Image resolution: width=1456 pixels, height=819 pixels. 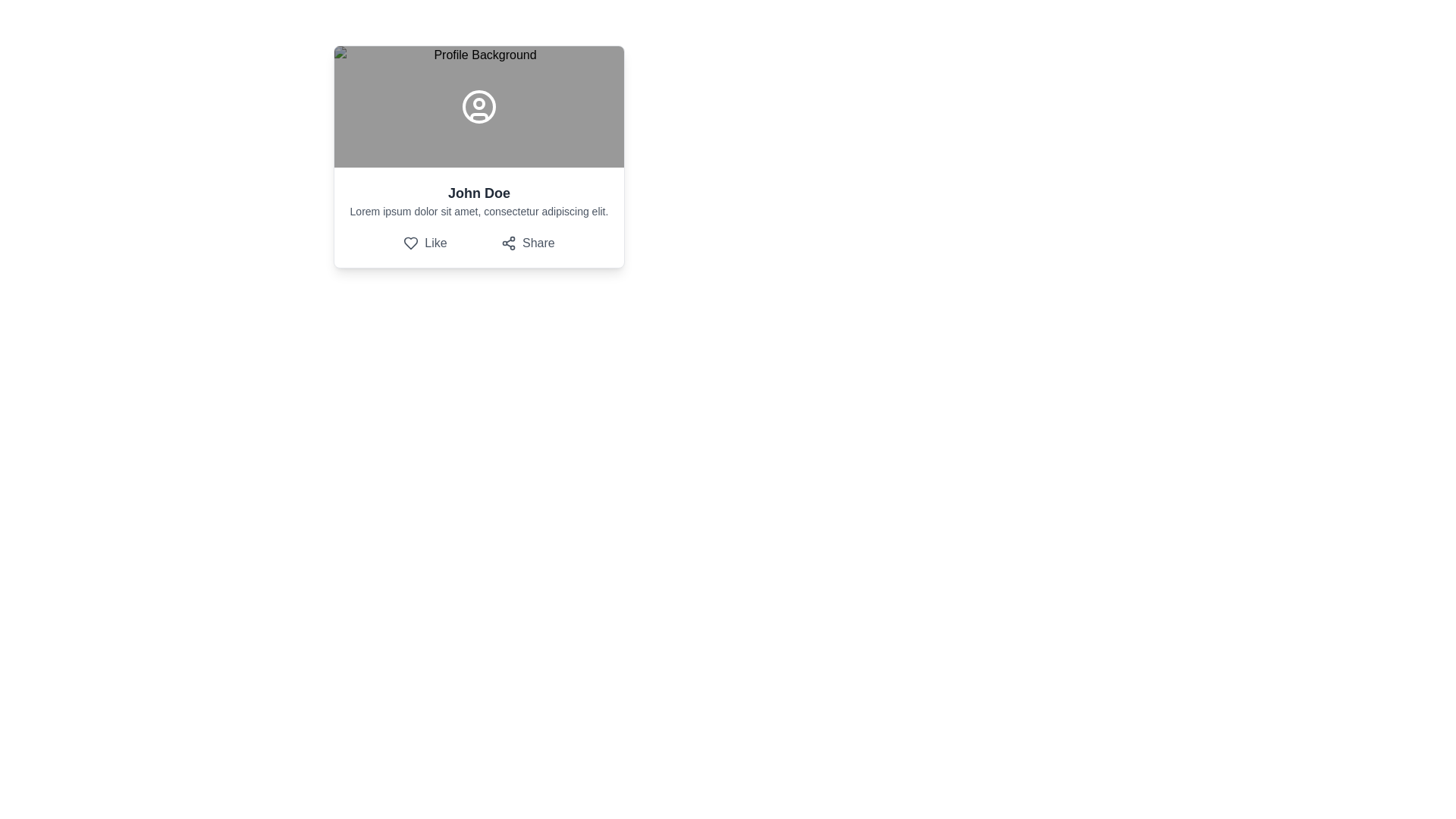 I want to click on the largest SVG circle graphic component that represents part of the user avatar, located at the top section of the user profile card, so click(x=479, y=106).